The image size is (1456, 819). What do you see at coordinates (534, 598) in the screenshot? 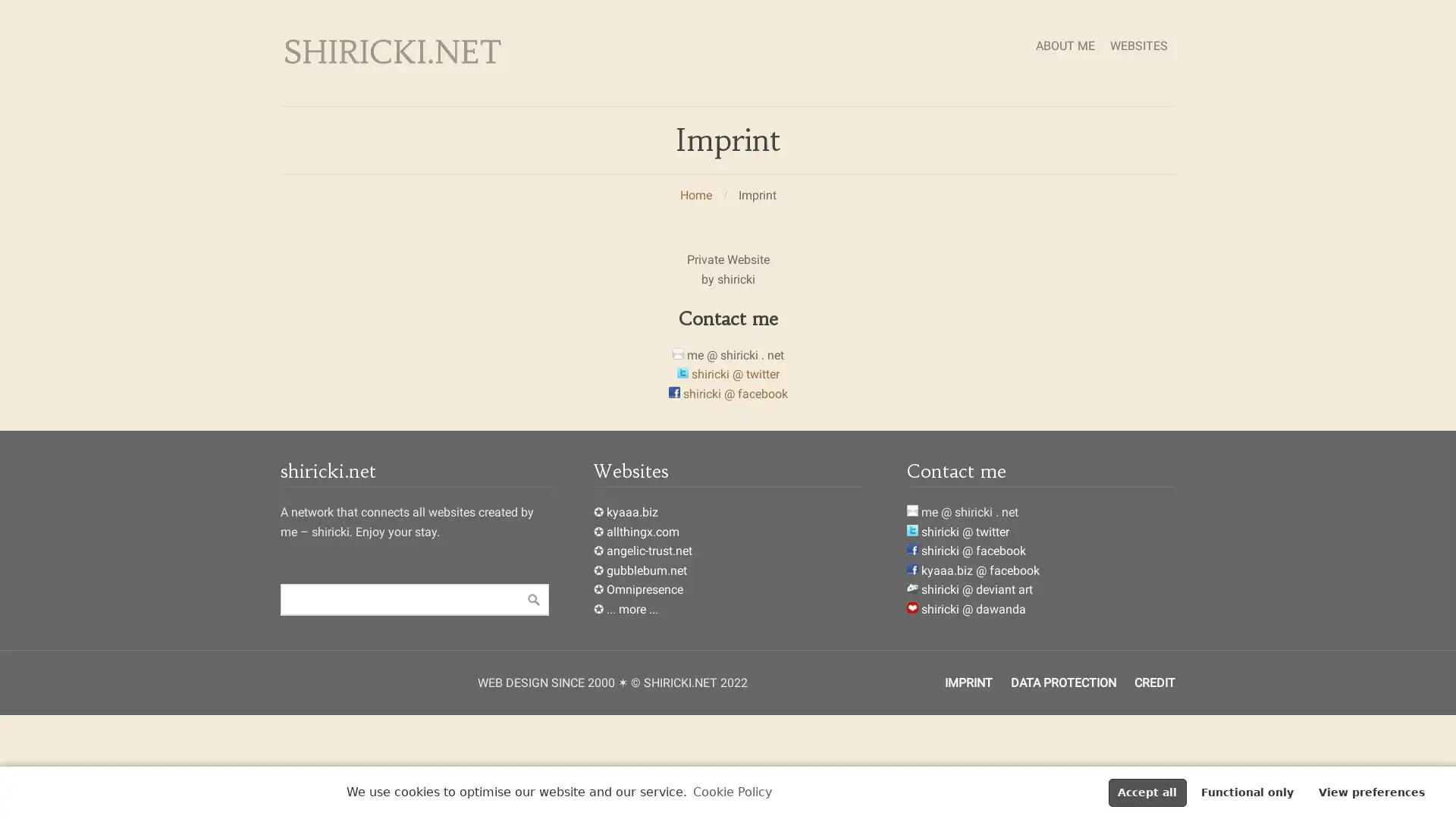
I see `Suche` at bounding box center [534, 598].